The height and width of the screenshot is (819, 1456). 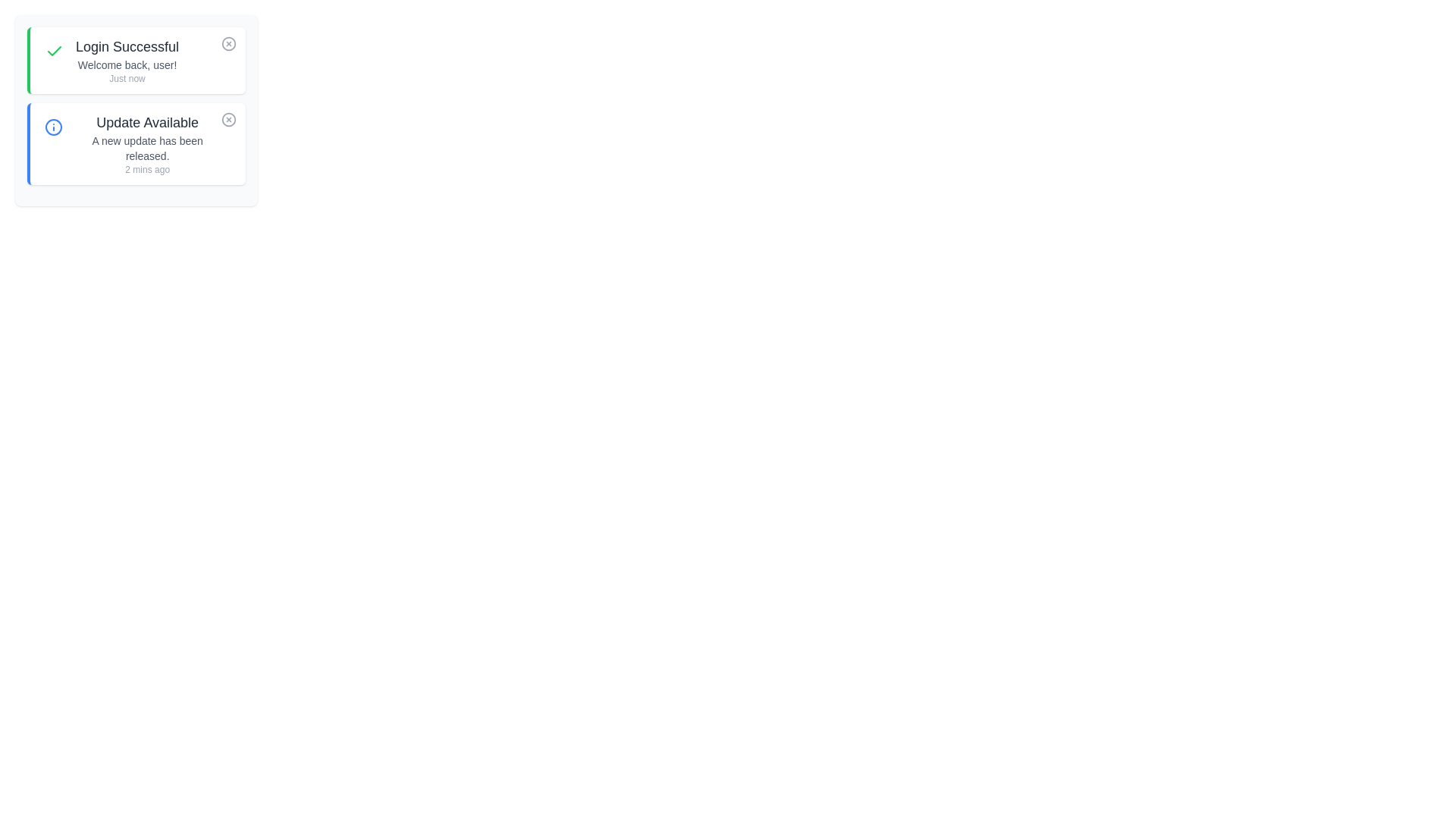 What do you see at coordinates (147, 149) in the screenshot?
I see `the text block that displays the message 'A new update has been released.' which is styled in a small-sized font with a gray color and is located in the bottom-right quadrant of the card UI component` at bounding box center [147, 149].